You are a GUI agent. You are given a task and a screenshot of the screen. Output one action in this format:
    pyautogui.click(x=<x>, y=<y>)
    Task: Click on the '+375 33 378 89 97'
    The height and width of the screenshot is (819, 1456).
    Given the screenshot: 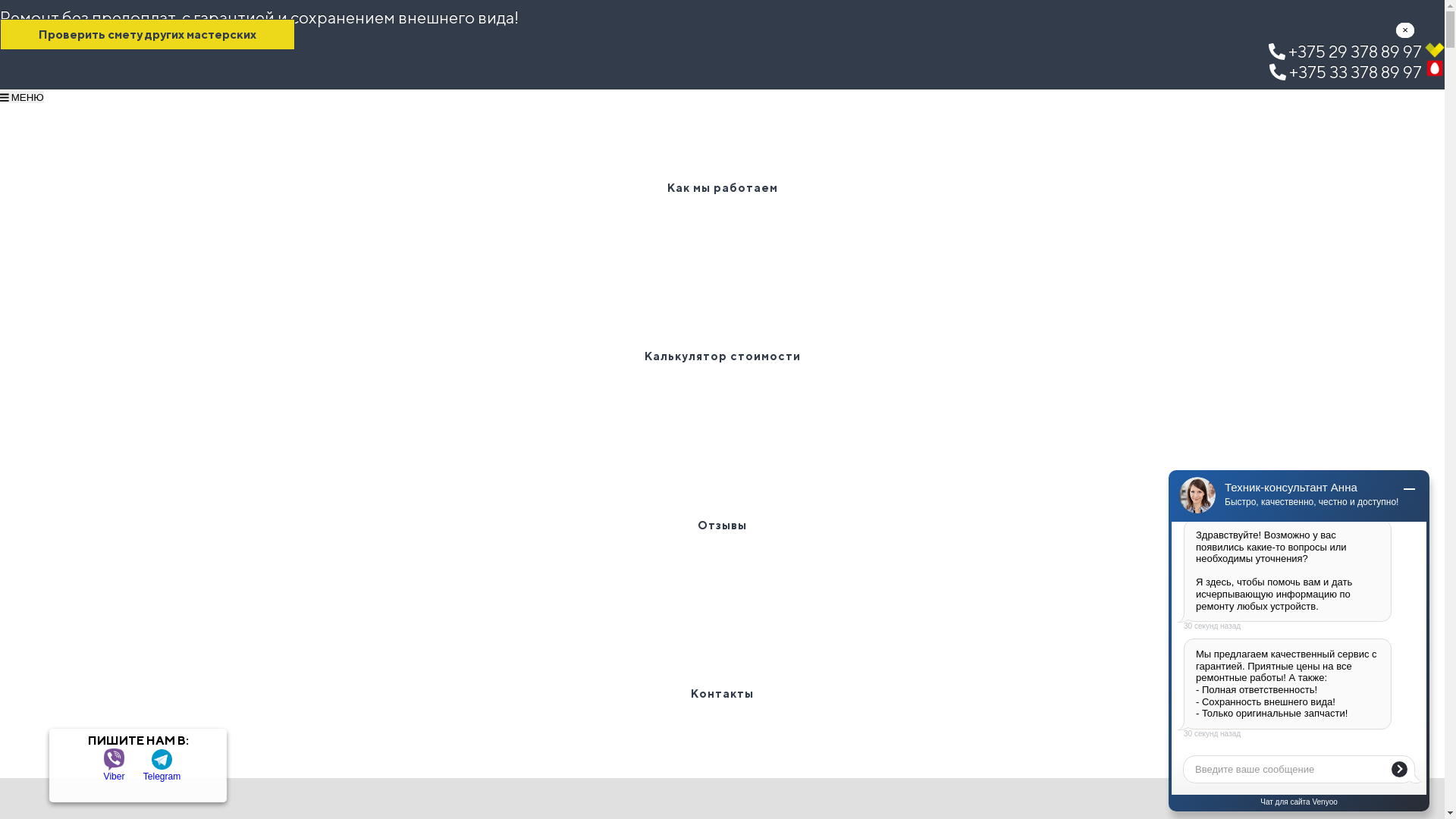 What is the action you would take?
    pyautogui.click(x=1269, y=72)
    